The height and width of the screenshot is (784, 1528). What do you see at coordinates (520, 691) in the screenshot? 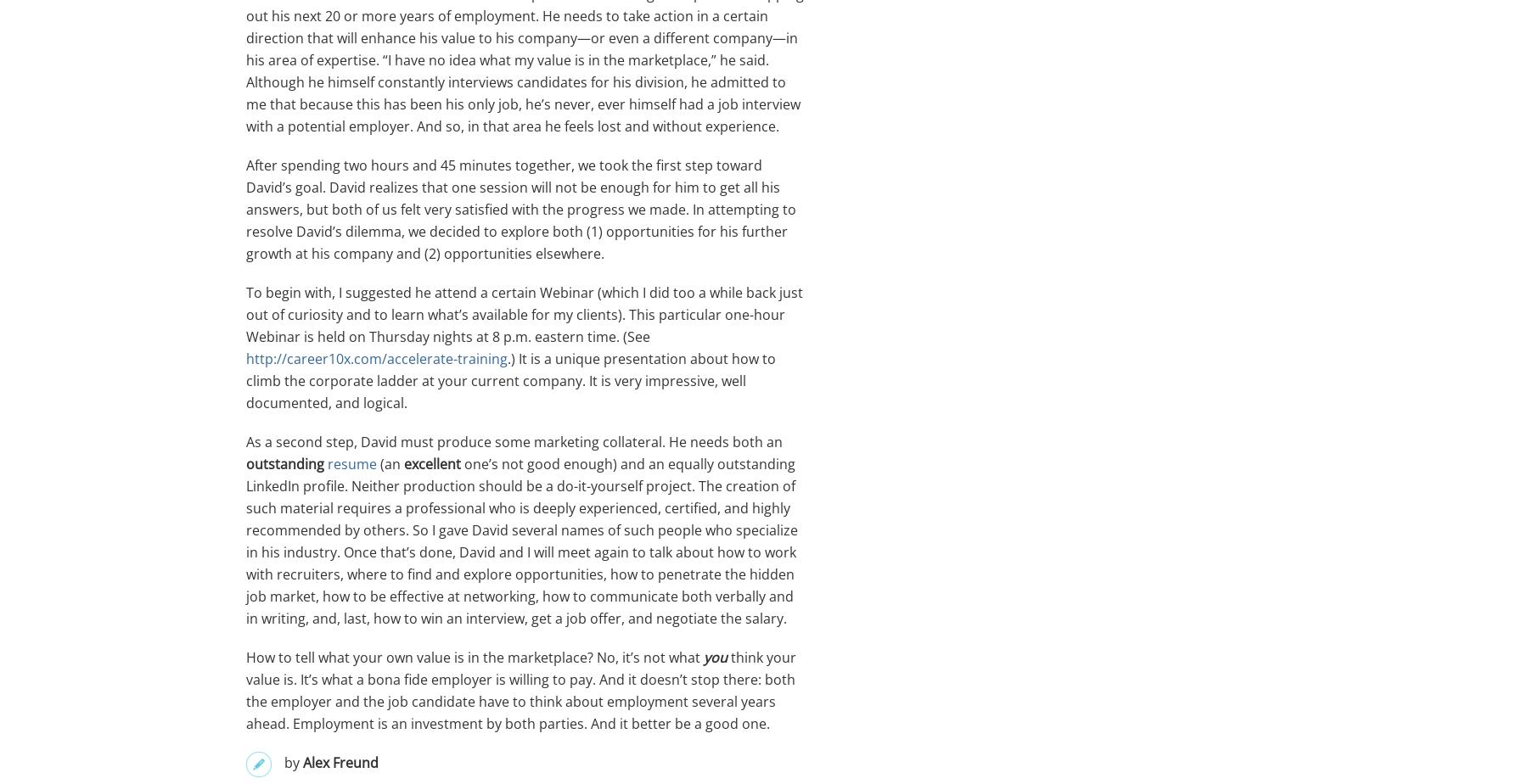
I see `'think your value is. It’s what a bona fide employer is willing to pay. And it doesn’t stop there: both the employer and the job candidate have to think about employment several years ahead. Employment is an investment by both parties. And it better be a good one.'` at bounding box center [520, 691].